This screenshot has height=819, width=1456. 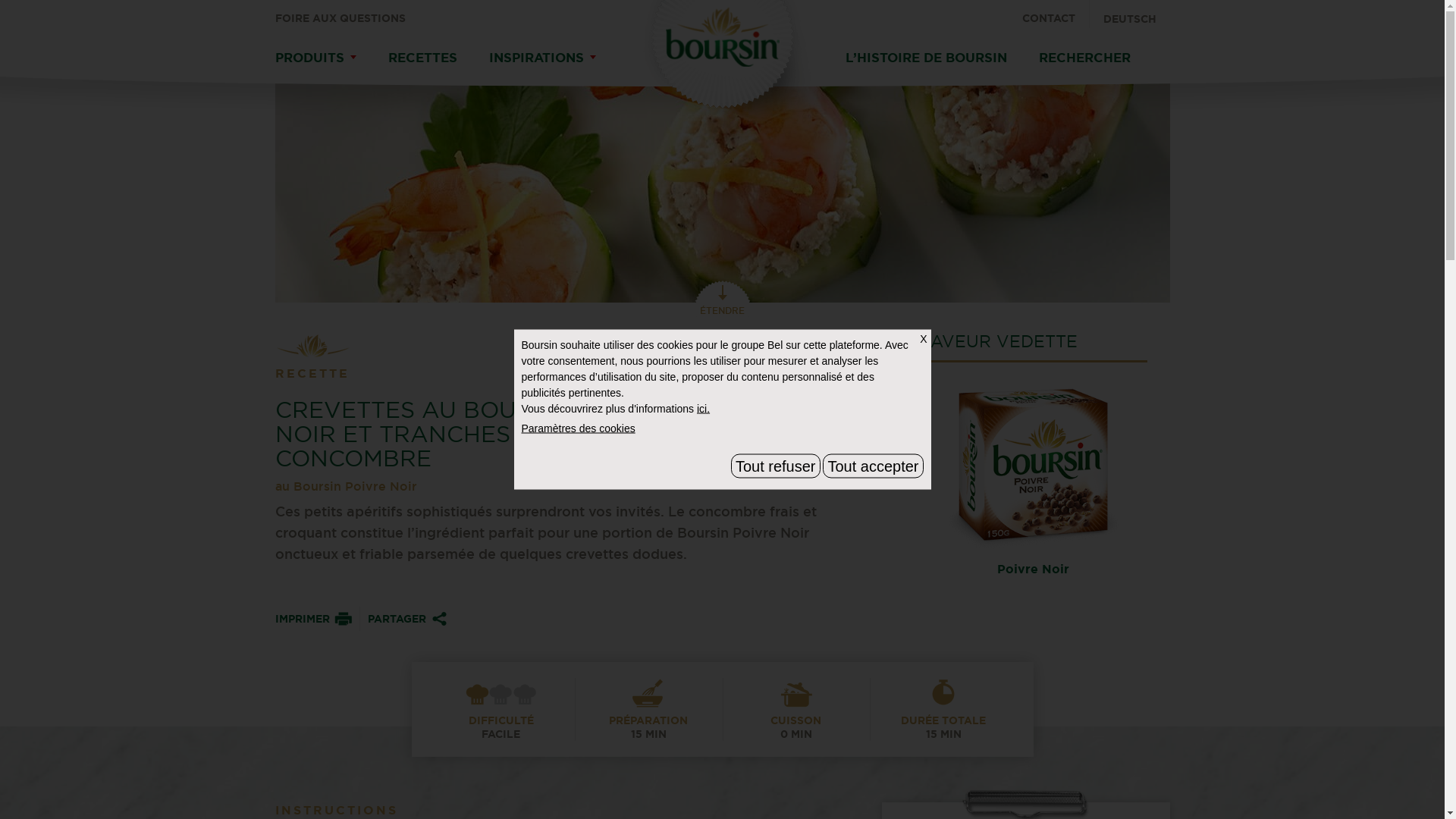 What do you see at coordinates (1055, 14) in the screenshot?
I see `'CONTACT'` at bounding box center [1055, 14].